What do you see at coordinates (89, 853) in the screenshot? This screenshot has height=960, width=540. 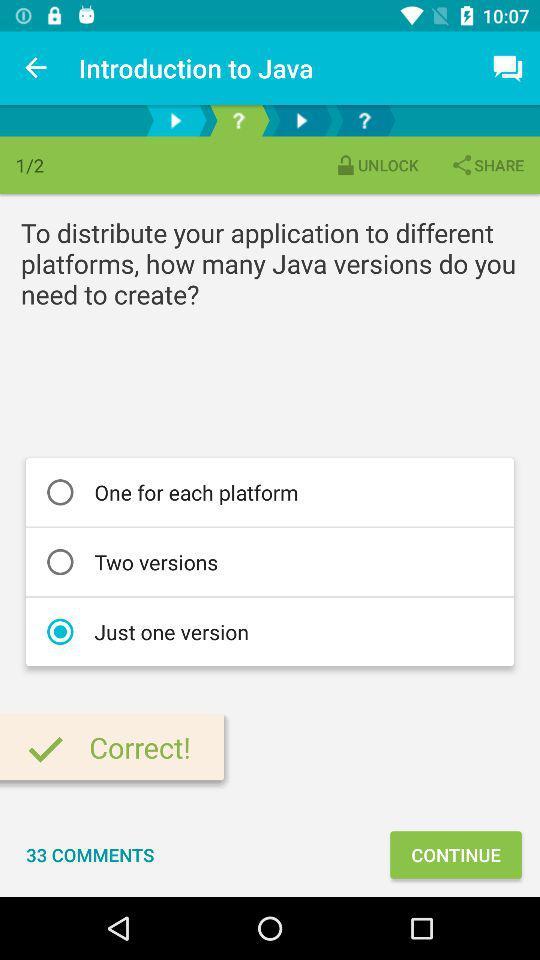 I see `icon to the left of the continue item` at bounding box center [89, 853].